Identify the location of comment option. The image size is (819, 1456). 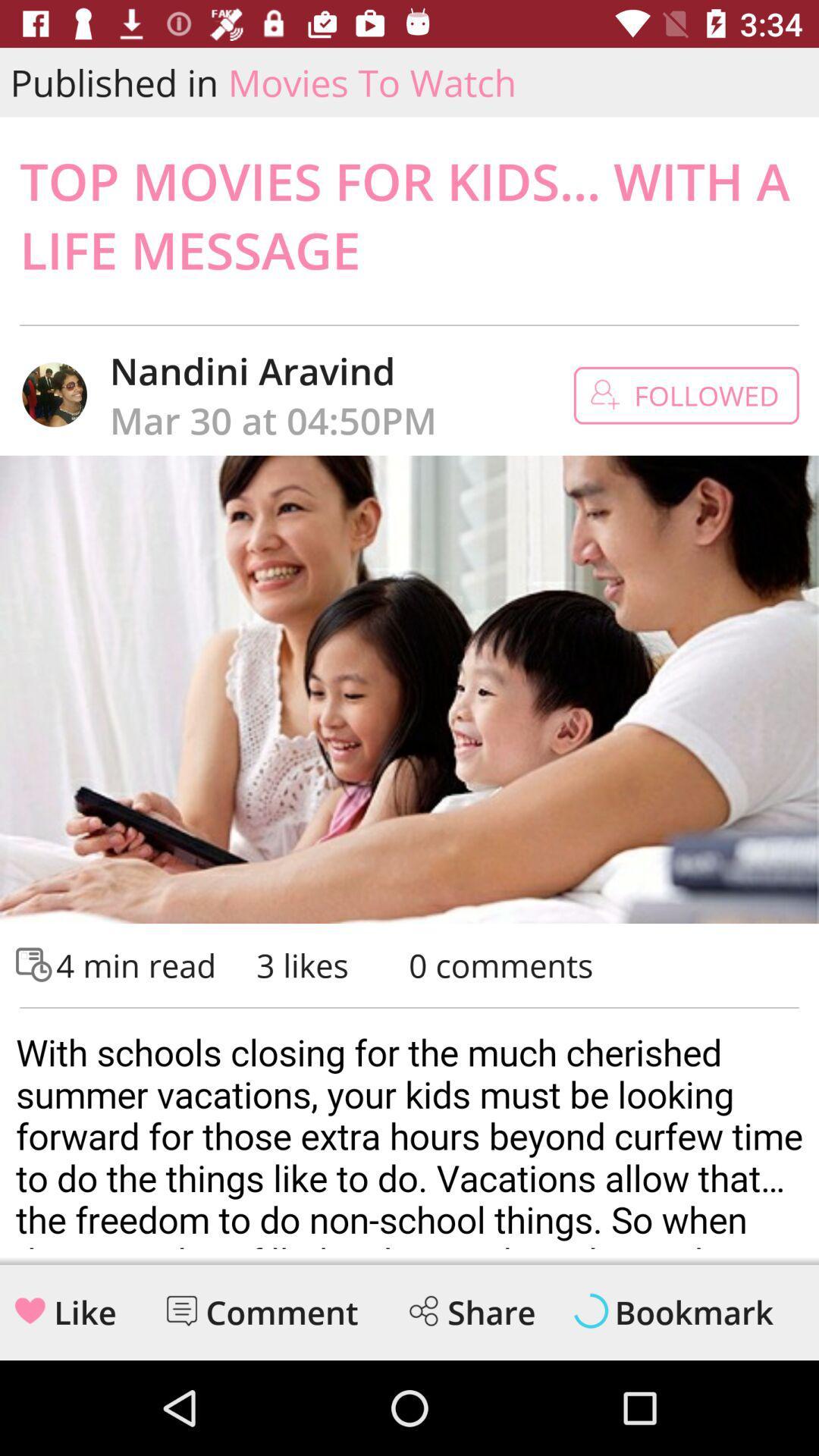
(180, 1310).